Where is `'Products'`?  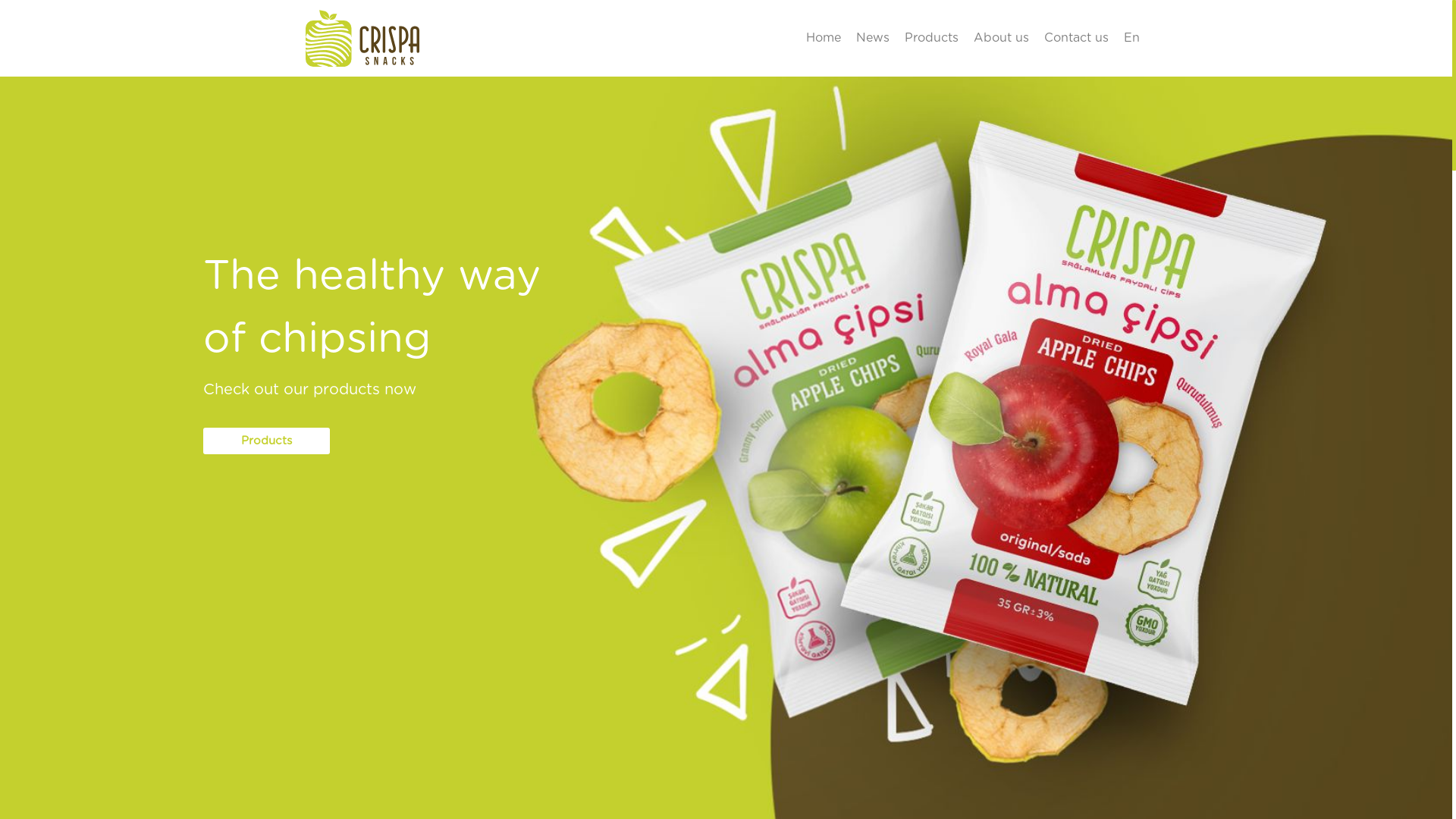 'Products' is located at coordinates (896, 37).